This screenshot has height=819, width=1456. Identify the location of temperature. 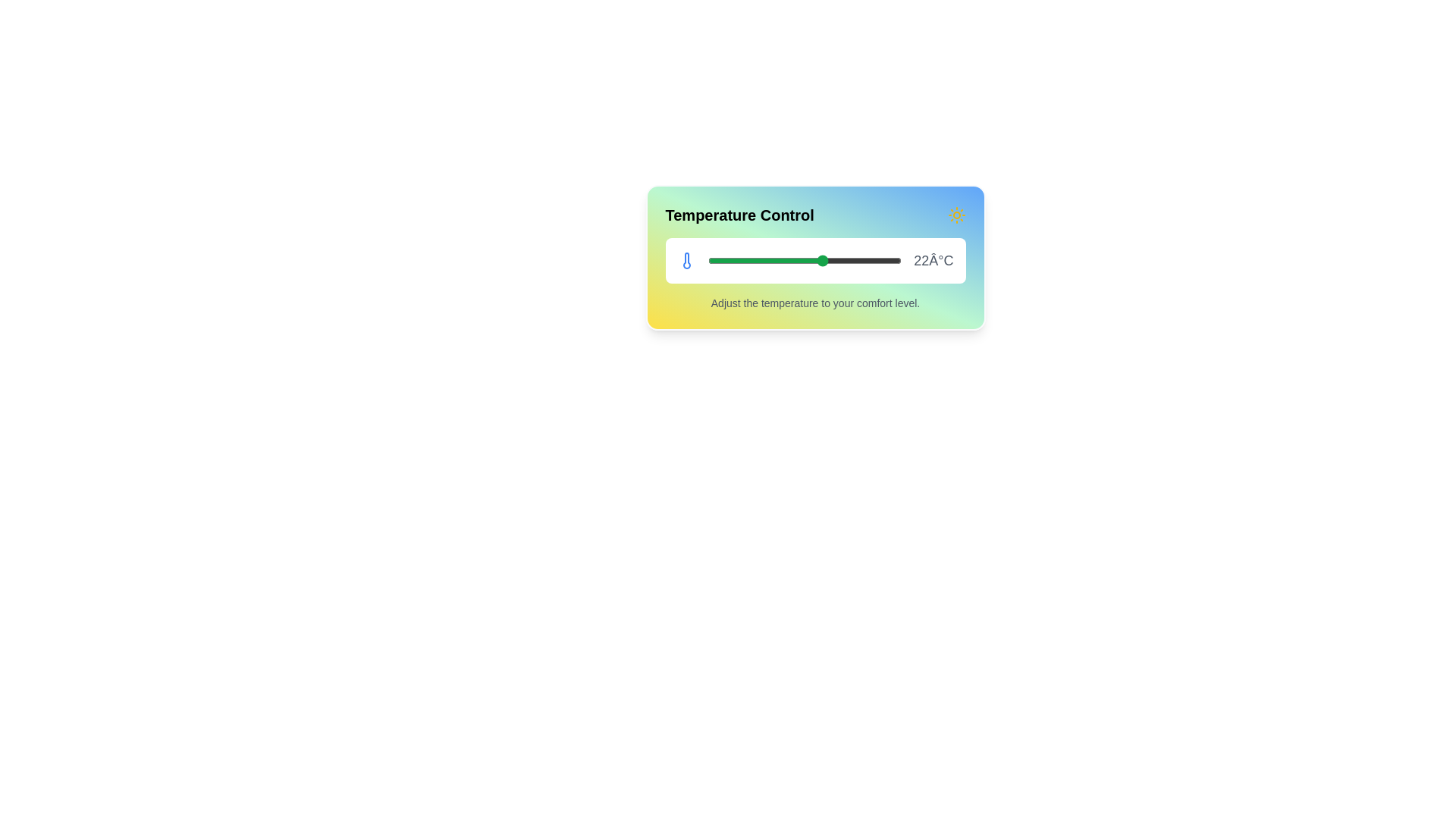
(843, 259).